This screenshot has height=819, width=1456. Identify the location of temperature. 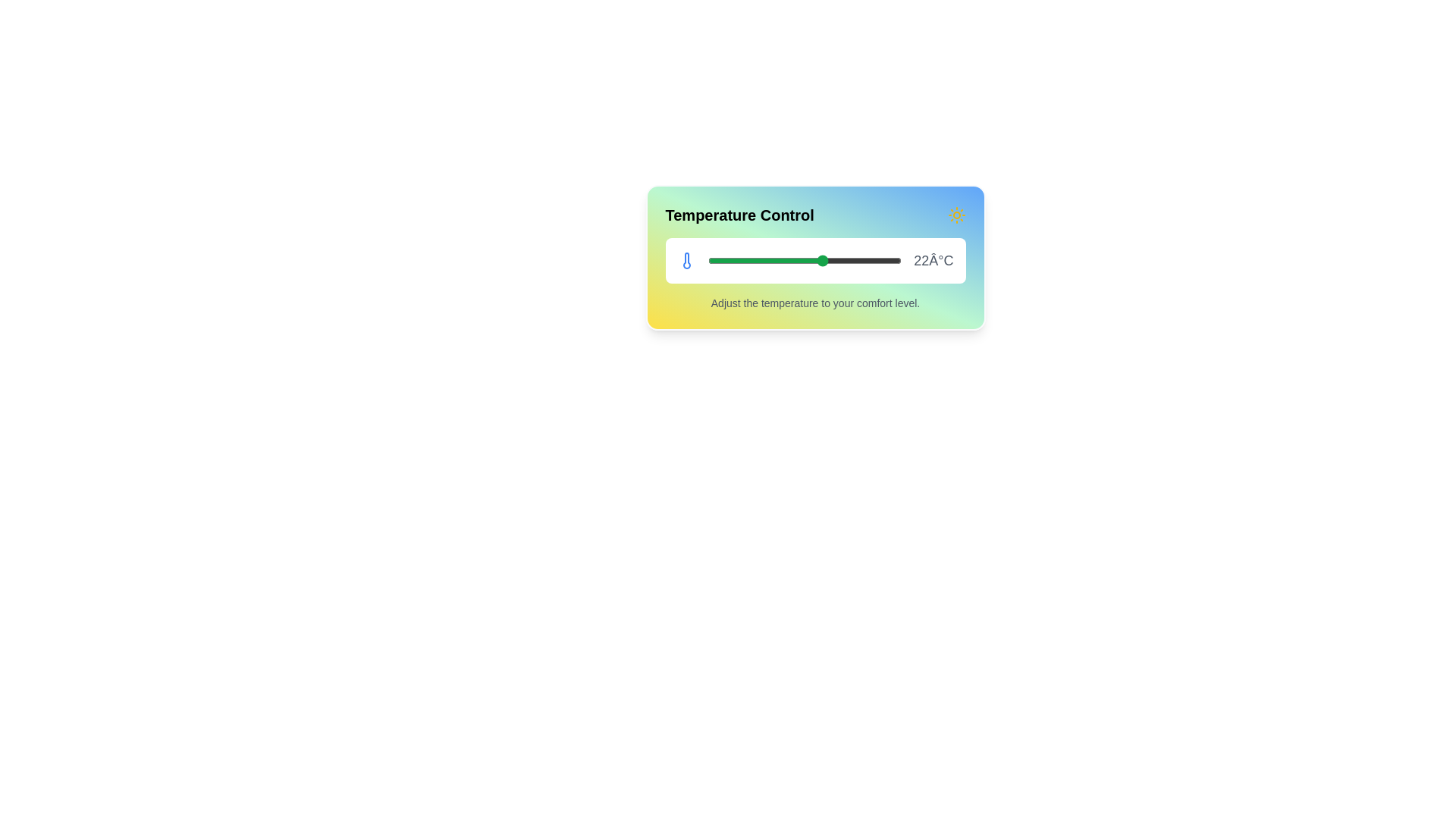
(843, 259).